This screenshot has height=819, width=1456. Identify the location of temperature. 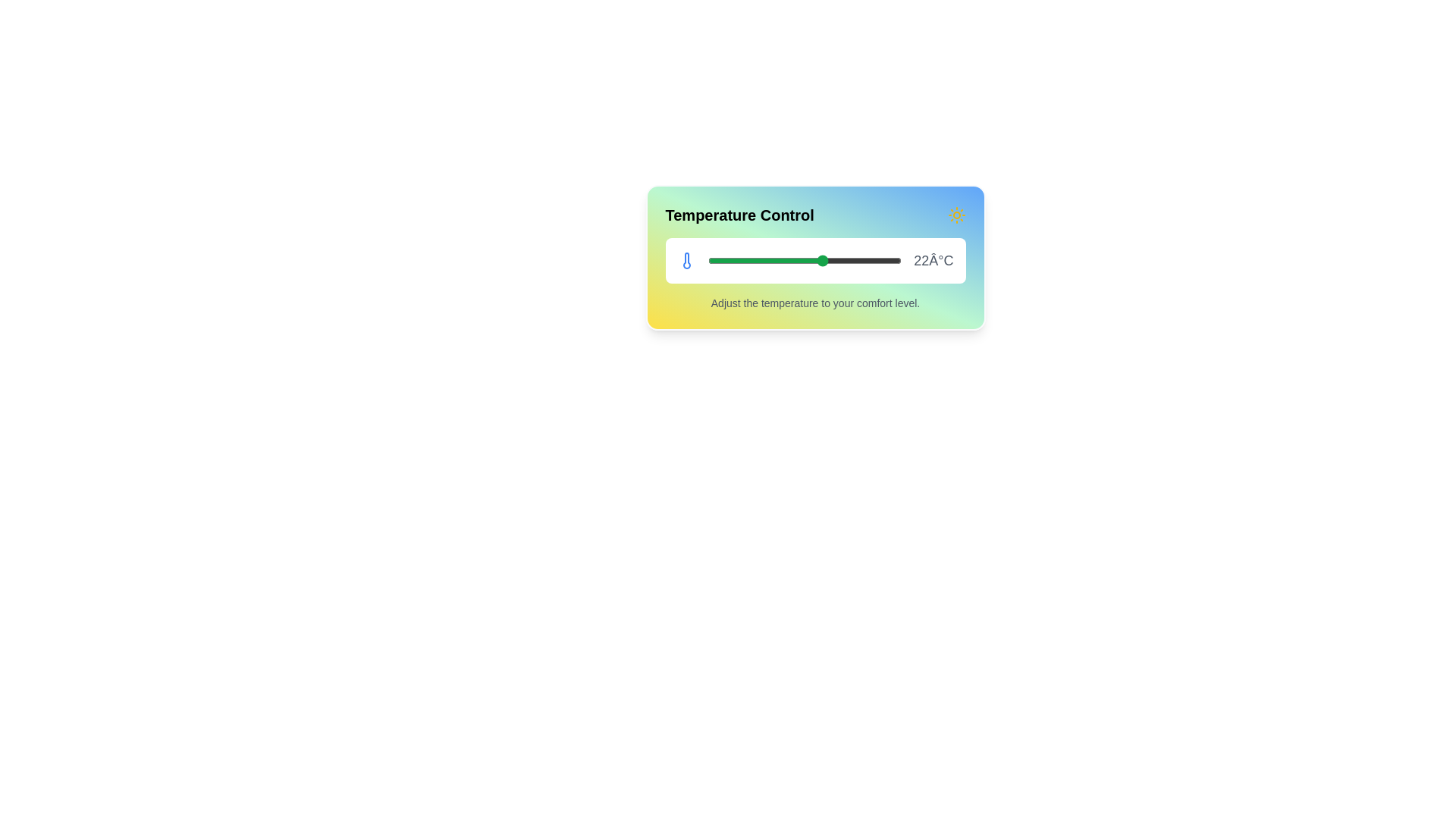
(843, 259).